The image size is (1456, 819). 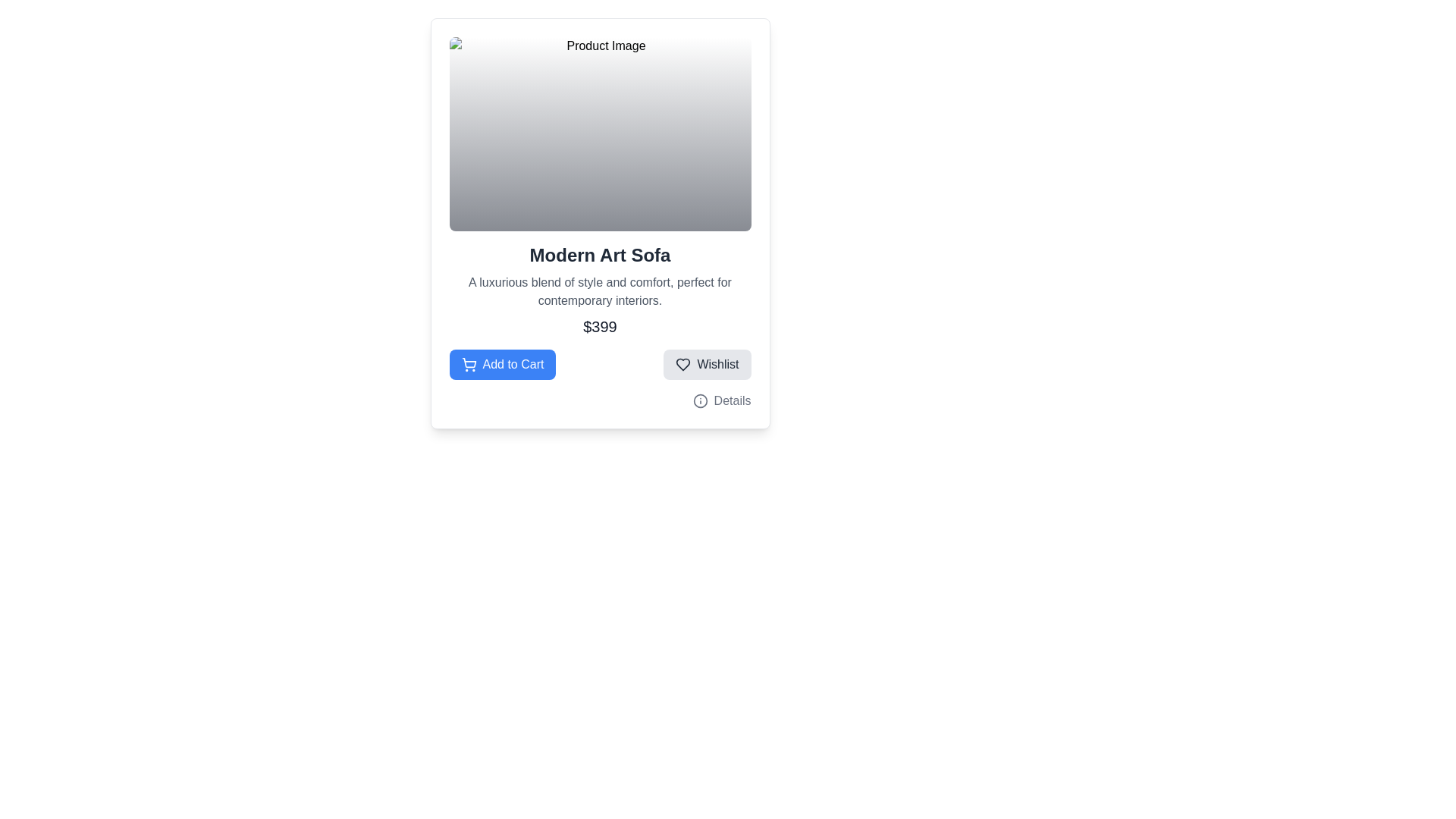 What do you see at coordinates (717, 365) in the screenshot?
I see `the 'Wishlist' text label within the button using keyboard navigation` at bounding box center [717, 365].